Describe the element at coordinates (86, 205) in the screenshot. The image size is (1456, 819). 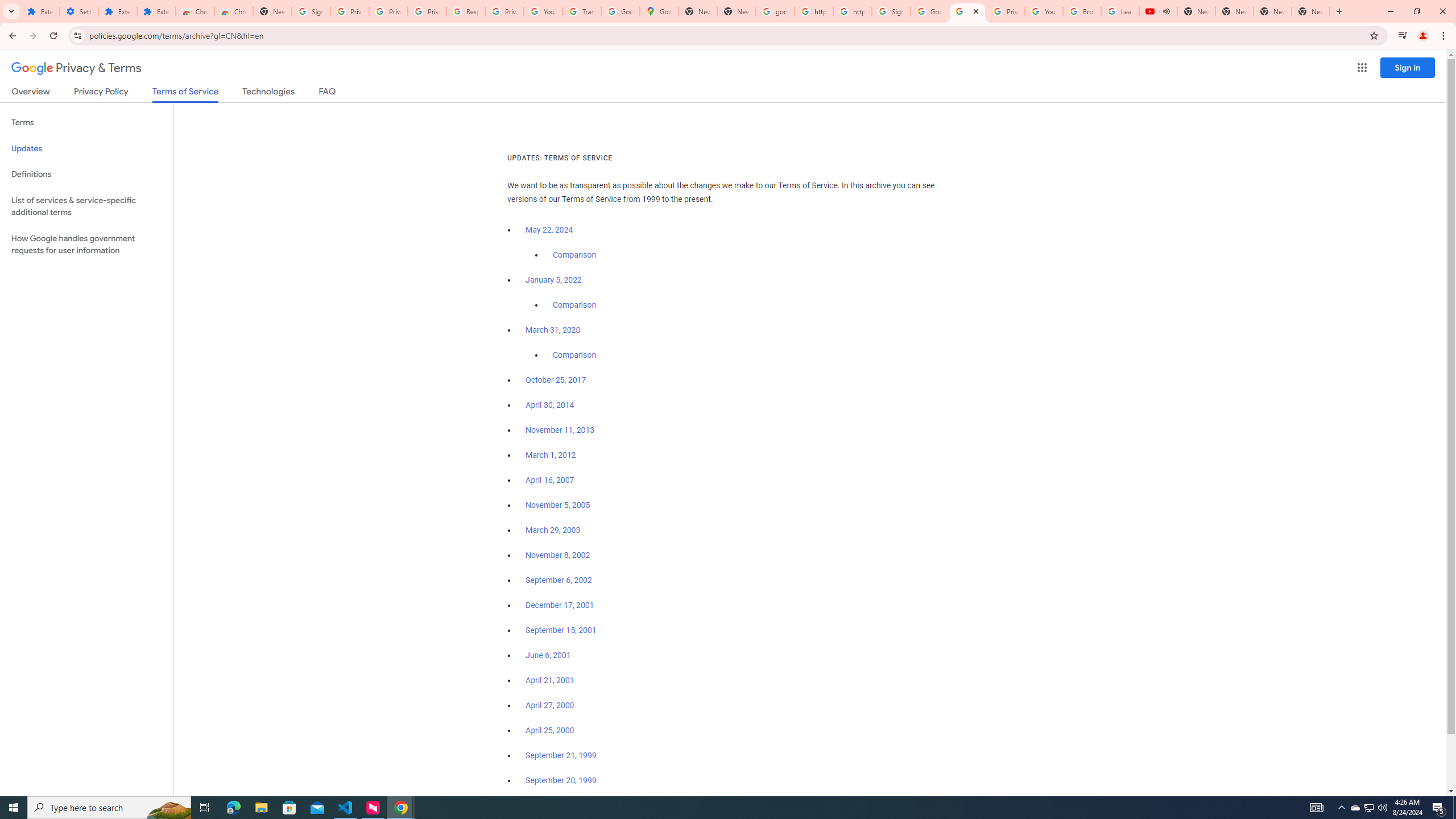
I see `'List of services & service-specific additional terms'` at that location.